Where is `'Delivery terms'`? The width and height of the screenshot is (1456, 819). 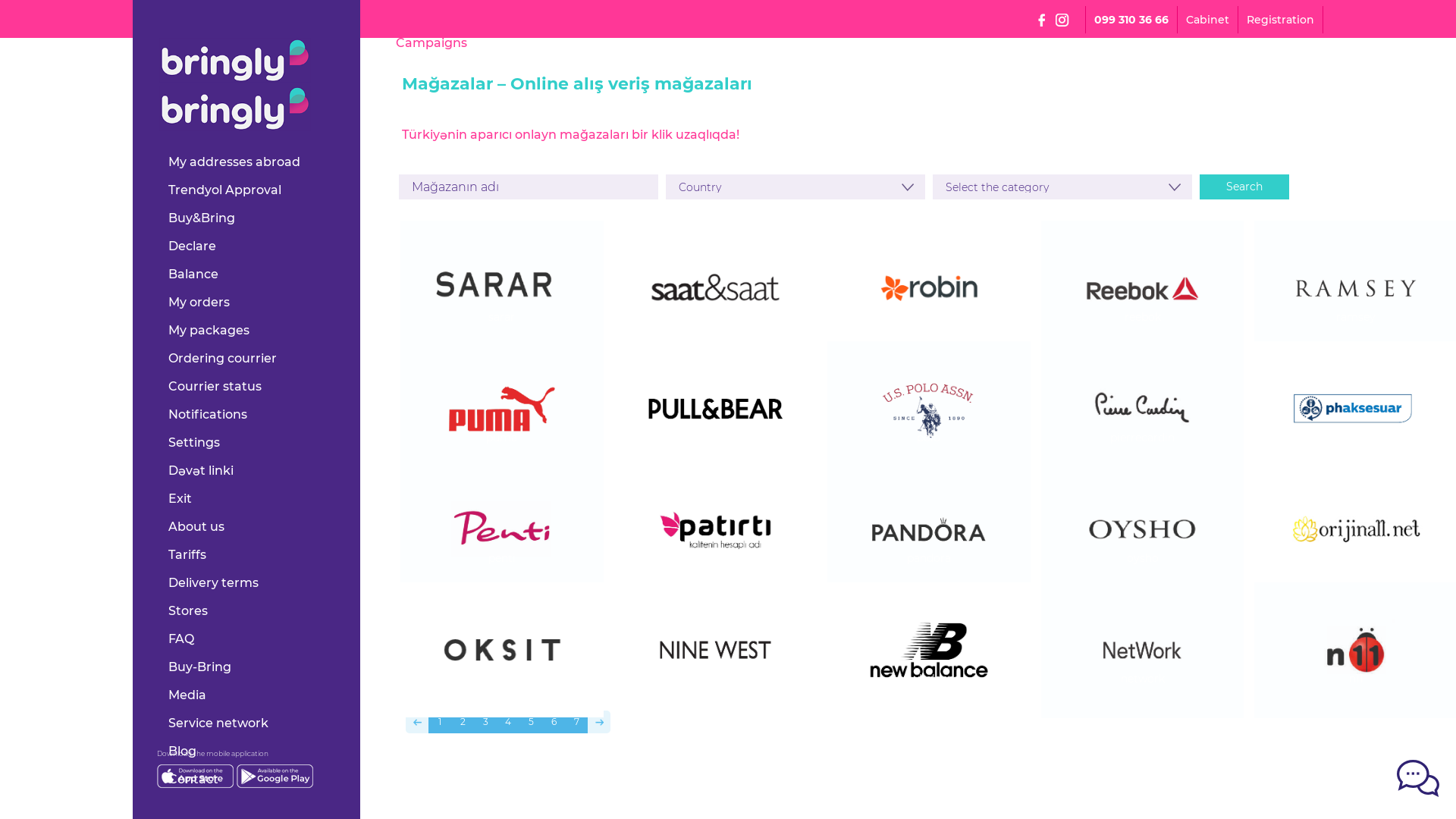
'Delivery terms' is located at coordinates (212, 582).